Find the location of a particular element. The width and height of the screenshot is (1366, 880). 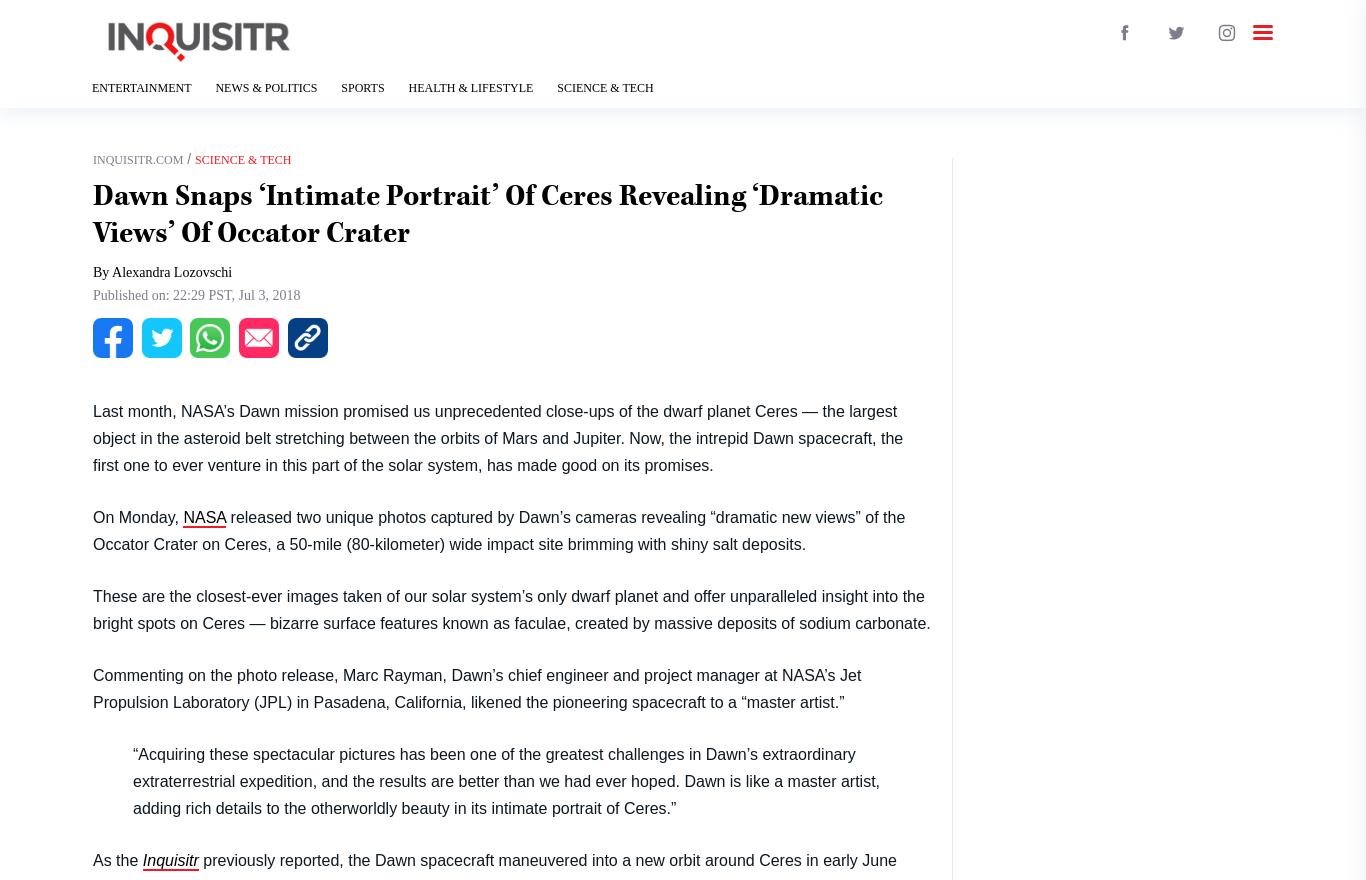

'Published on: 22:29 PST, Jul 3, 2018' is located at coordinates (195, 294).